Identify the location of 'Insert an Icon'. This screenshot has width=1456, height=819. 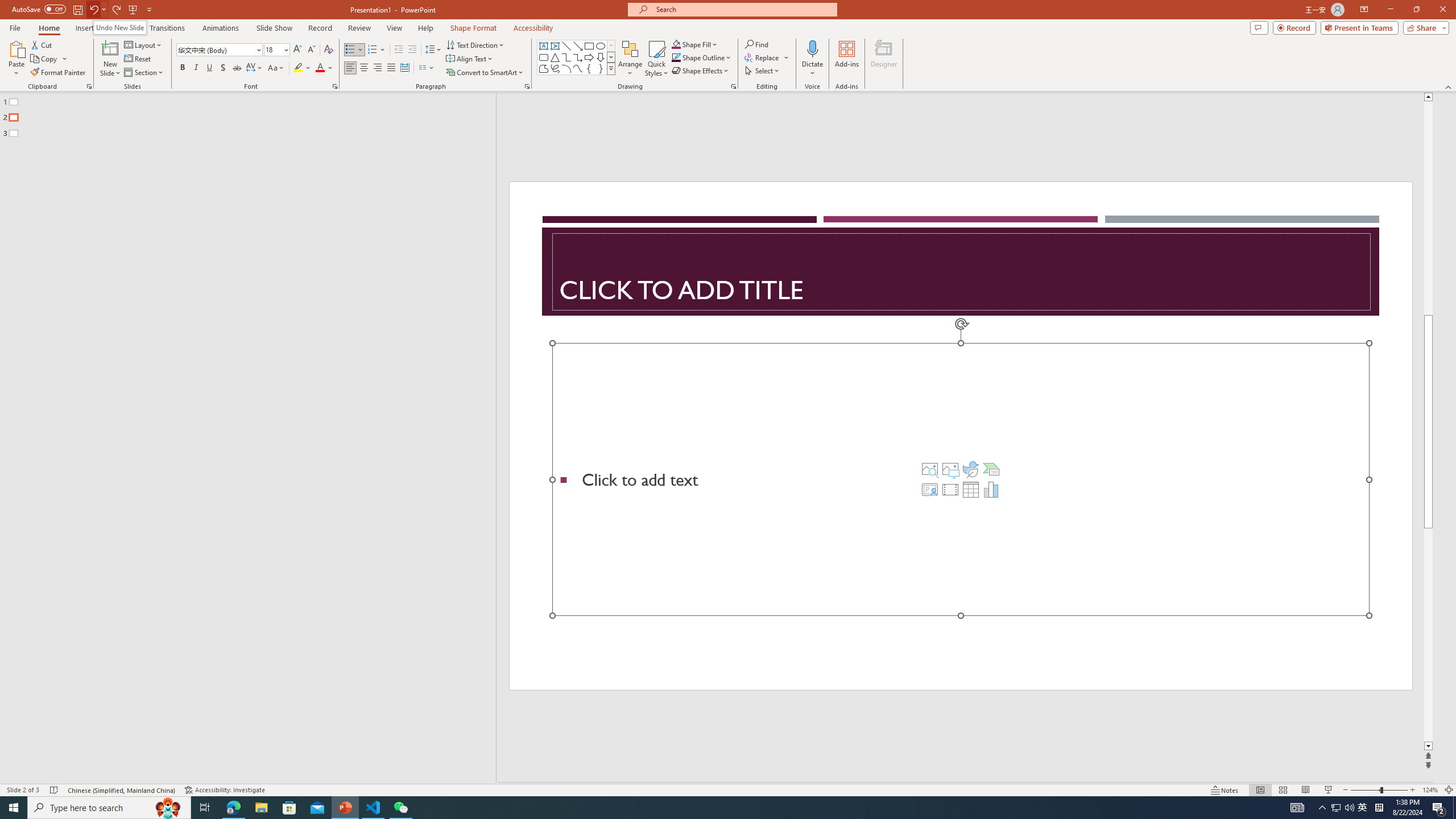
(971, 469).